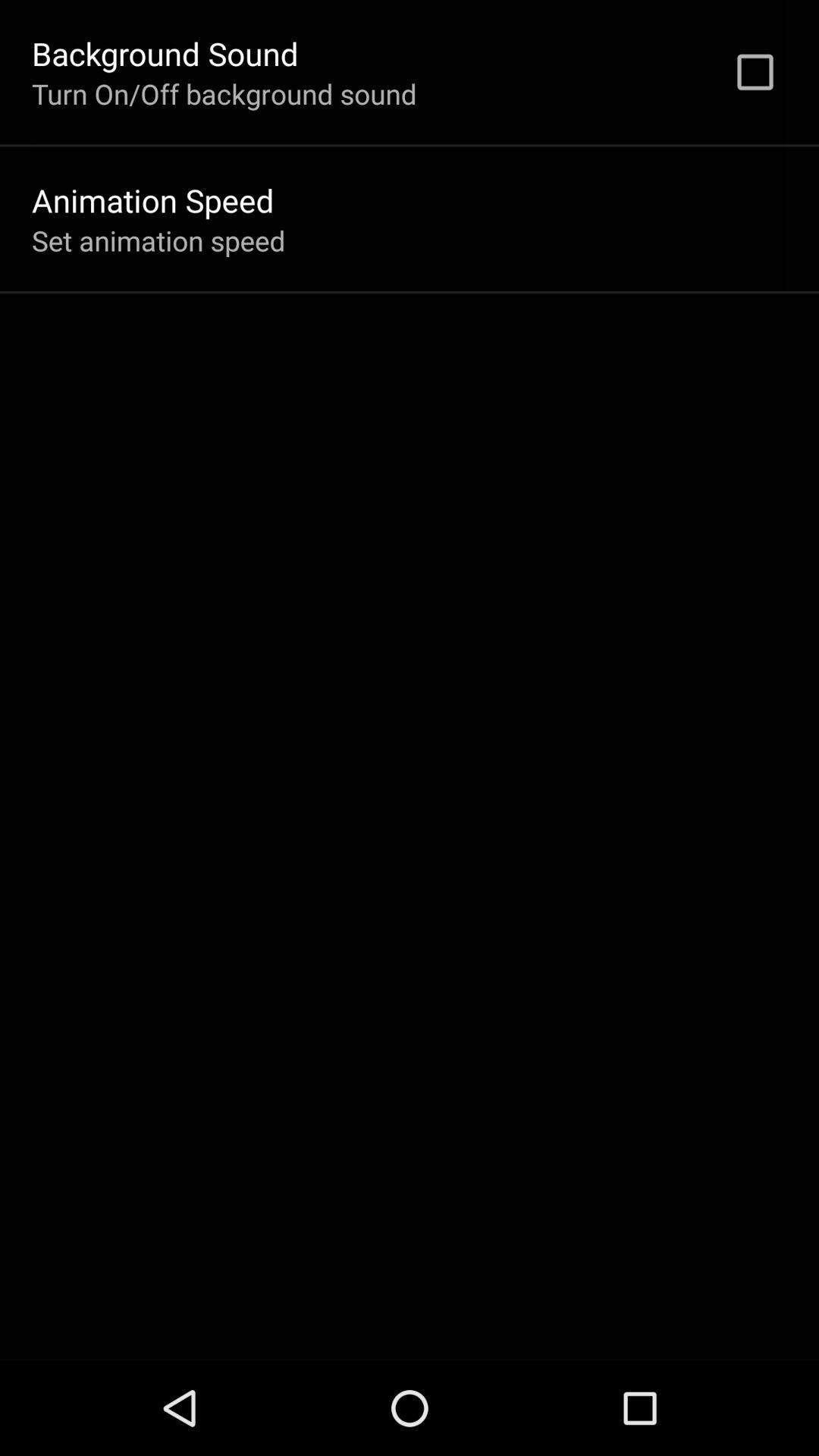 The image size is (819, 1456). Describe the element at coordinates (224, 93) in the screenshot. I see `the turn on off icon` at that location.